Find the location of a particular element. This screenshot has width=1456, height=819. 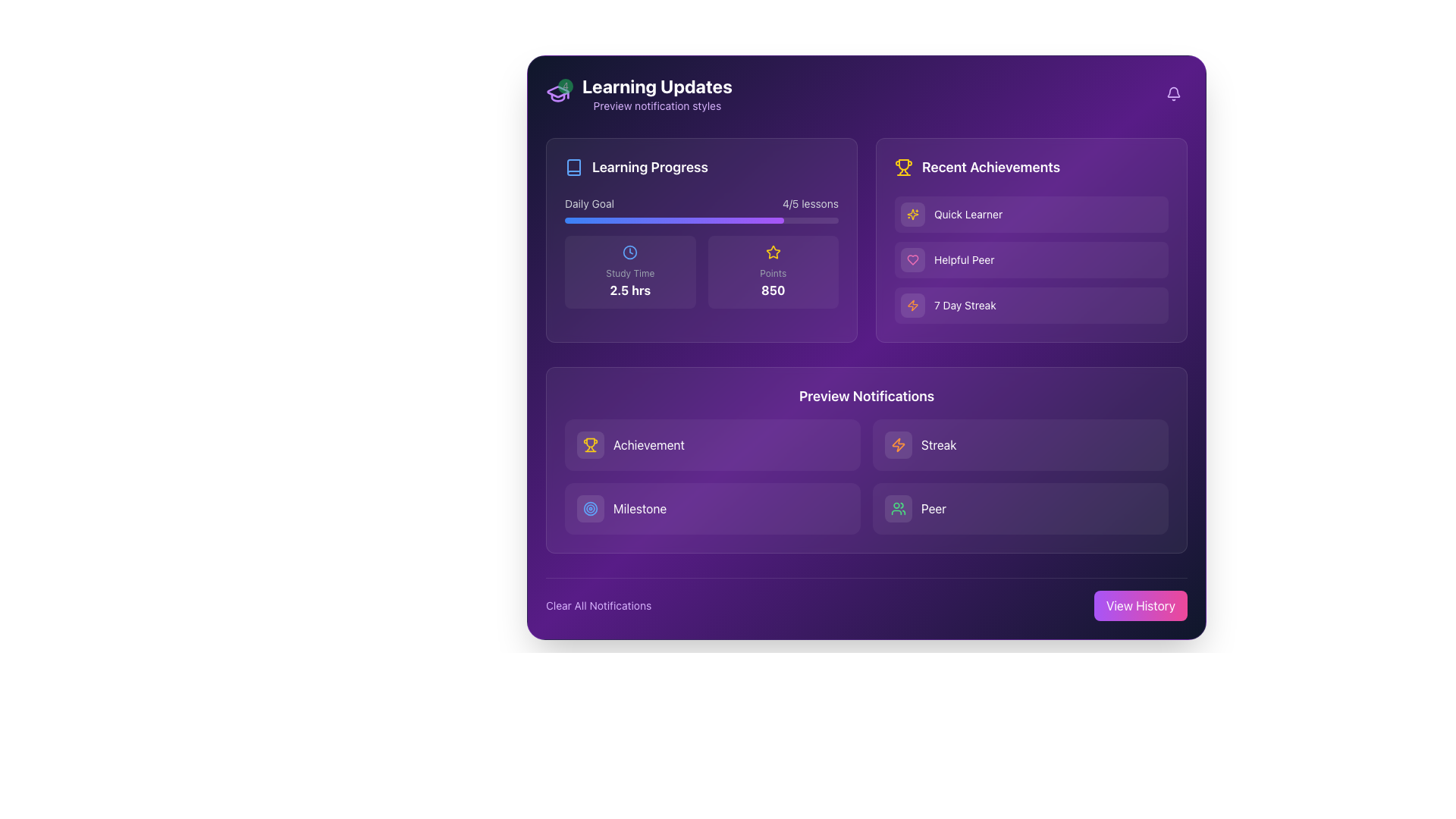

the static text label displaying 'Points' in light gray, located at the bottom-center of the points summary tile, above the value '850' and below a star icon is located at coordinates (773, 273).